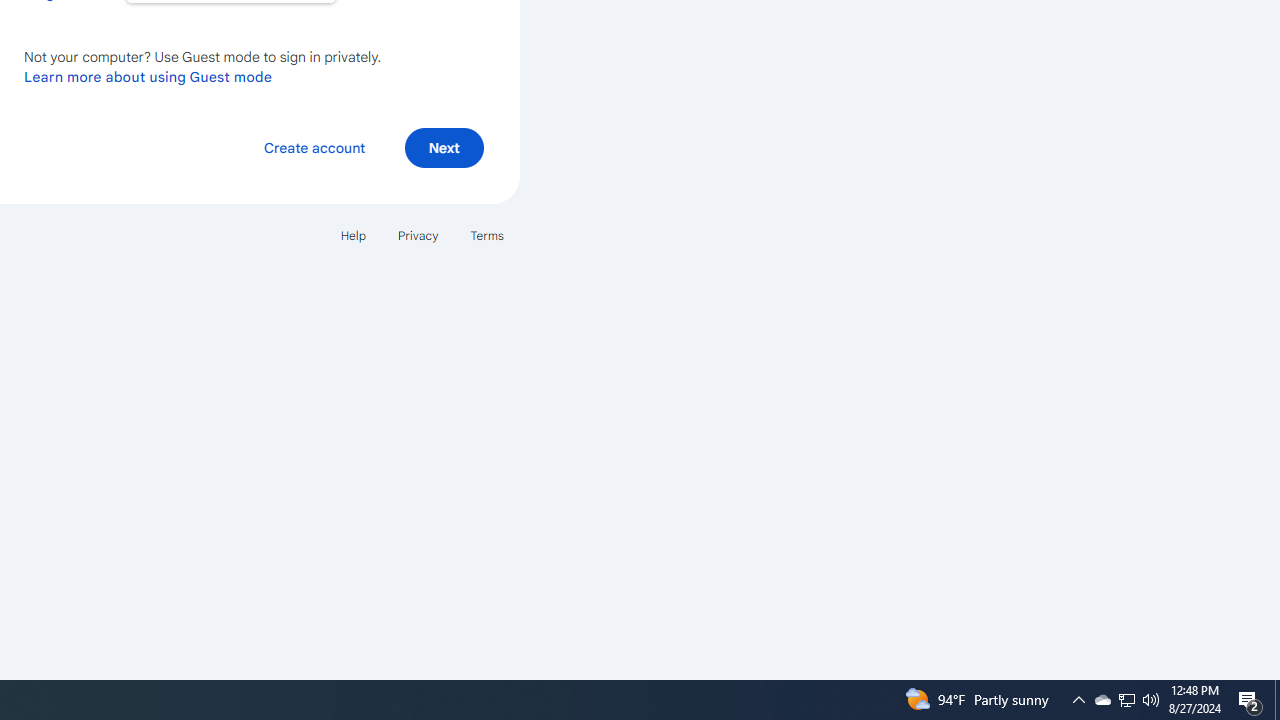 Image resolution: width=1280 pixels, height=720 pixels. I want to click on 'Next', so click(443, 146).